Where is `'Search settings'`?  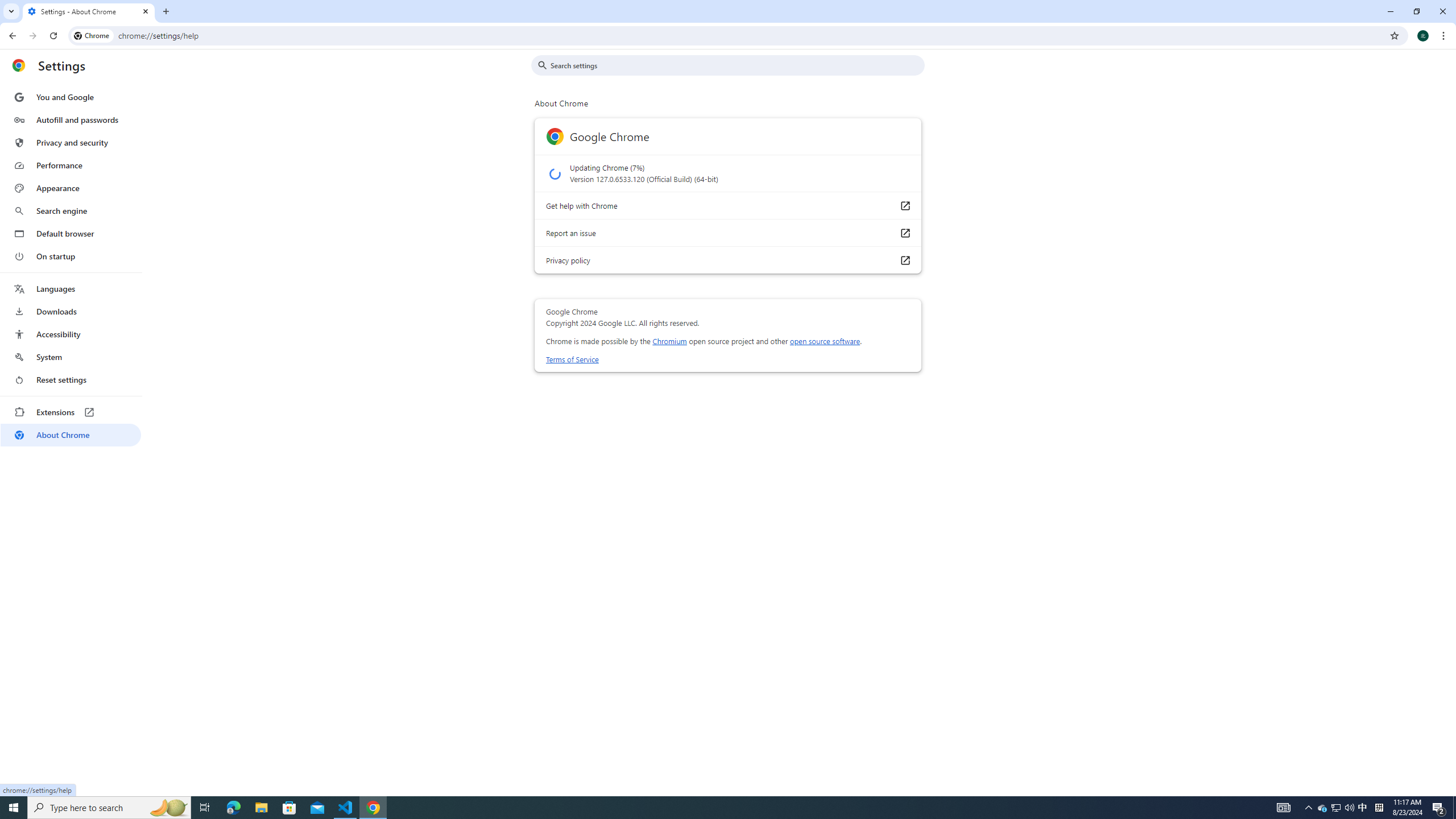 'Search settings' is located at coordinates (735, 65).